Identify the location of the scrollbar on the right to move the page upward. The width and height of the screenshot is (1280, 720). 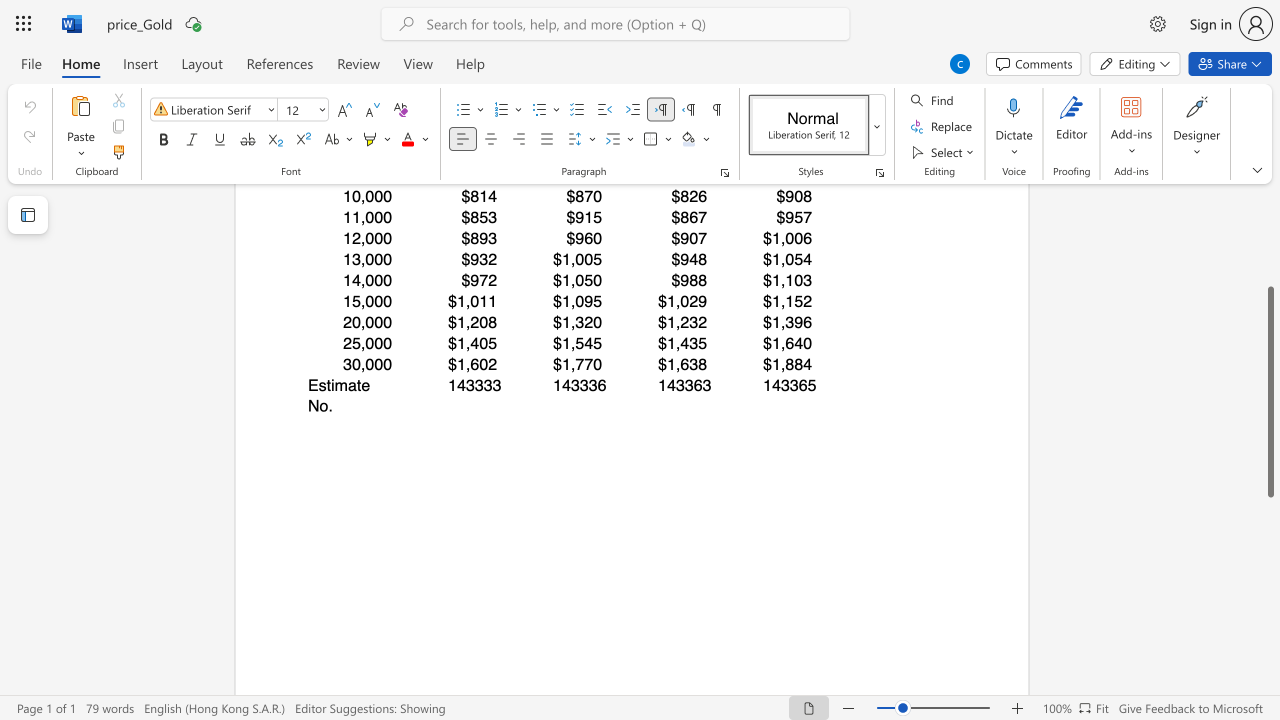
(1269, 220).